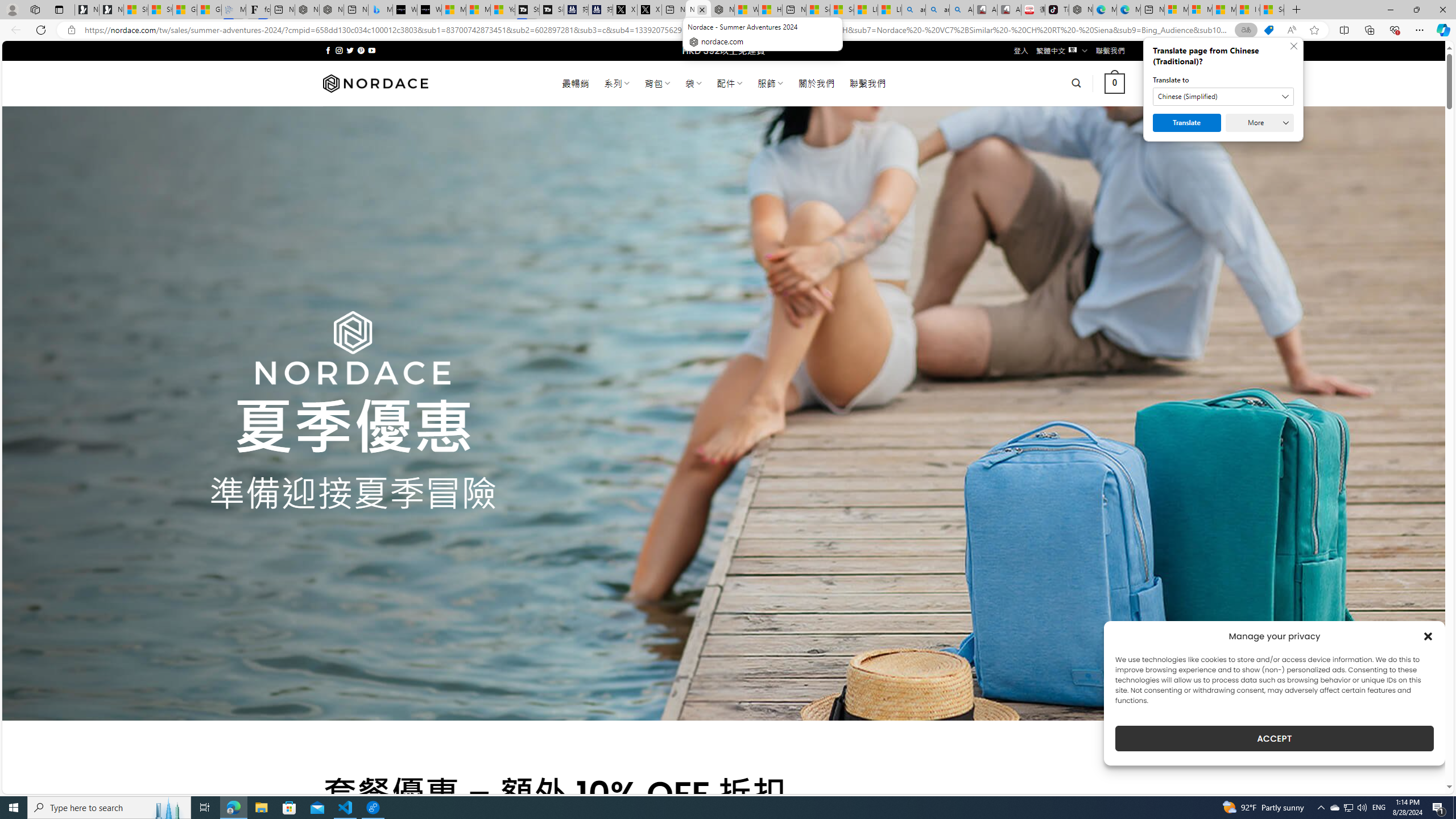 This screenshot has width=1456, height=819. Describe the element at coordinates (1223, 96) in the screenshot. I see `'Translate to'` at that location.